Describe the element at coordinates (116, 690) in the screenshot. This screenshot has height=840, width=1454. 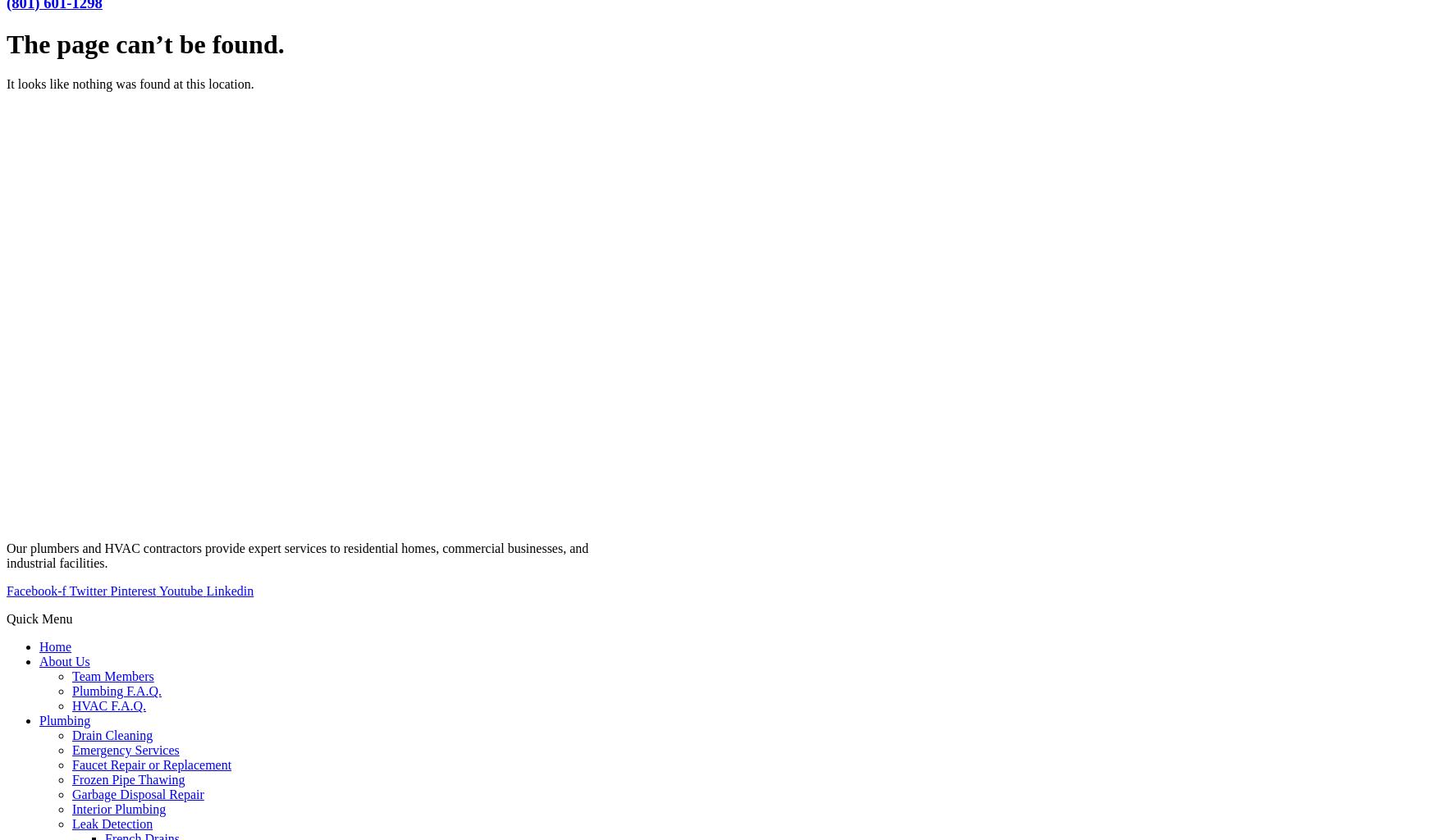
I see `'Plumbing F.A.Q.'` at that location.